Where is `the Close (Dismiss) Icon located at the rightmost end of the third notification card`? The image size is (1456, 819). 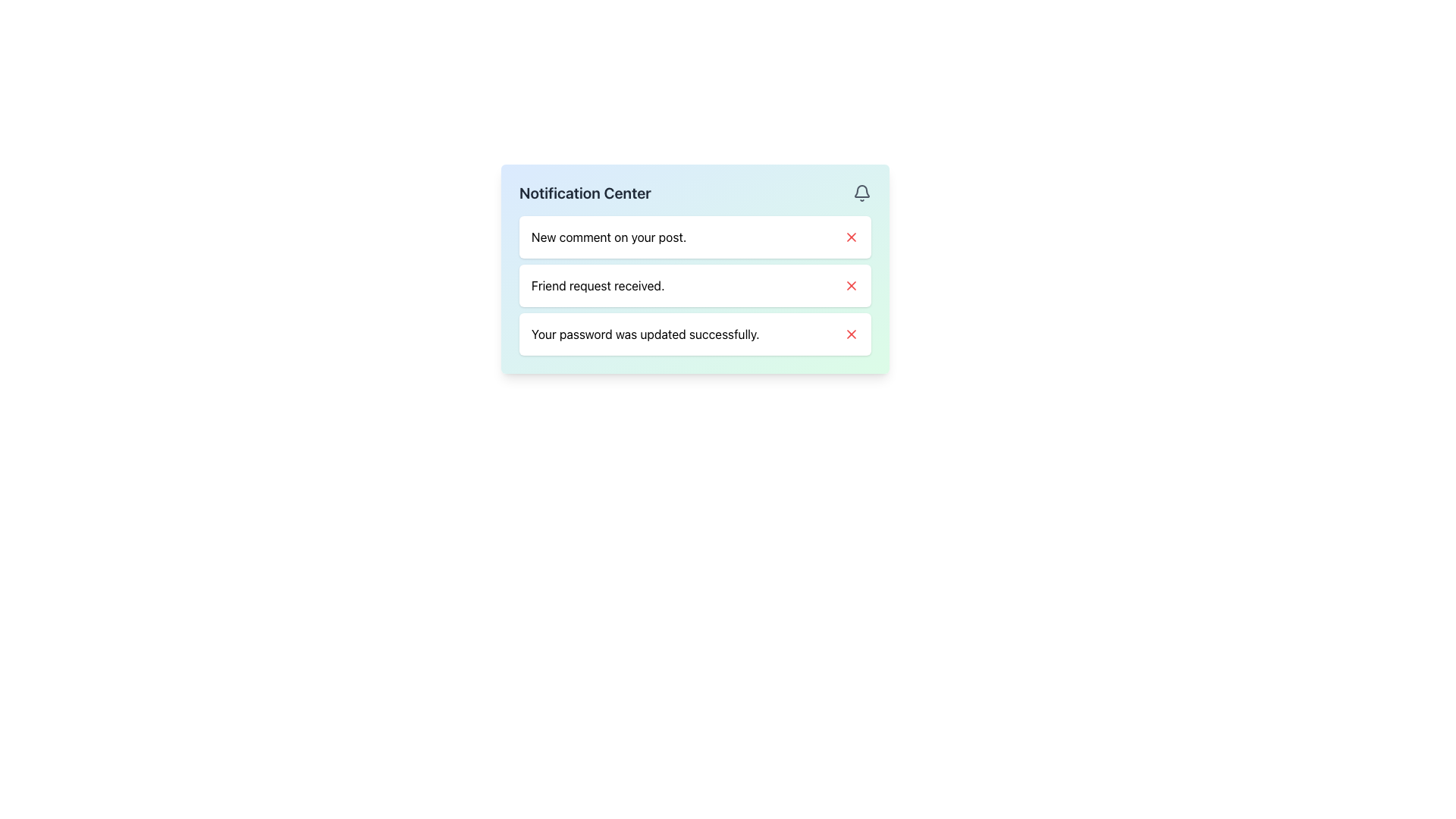 the Close (Dismiss) Icon located at the rightmost end of the third notification card is located at coordinates (852, 333).